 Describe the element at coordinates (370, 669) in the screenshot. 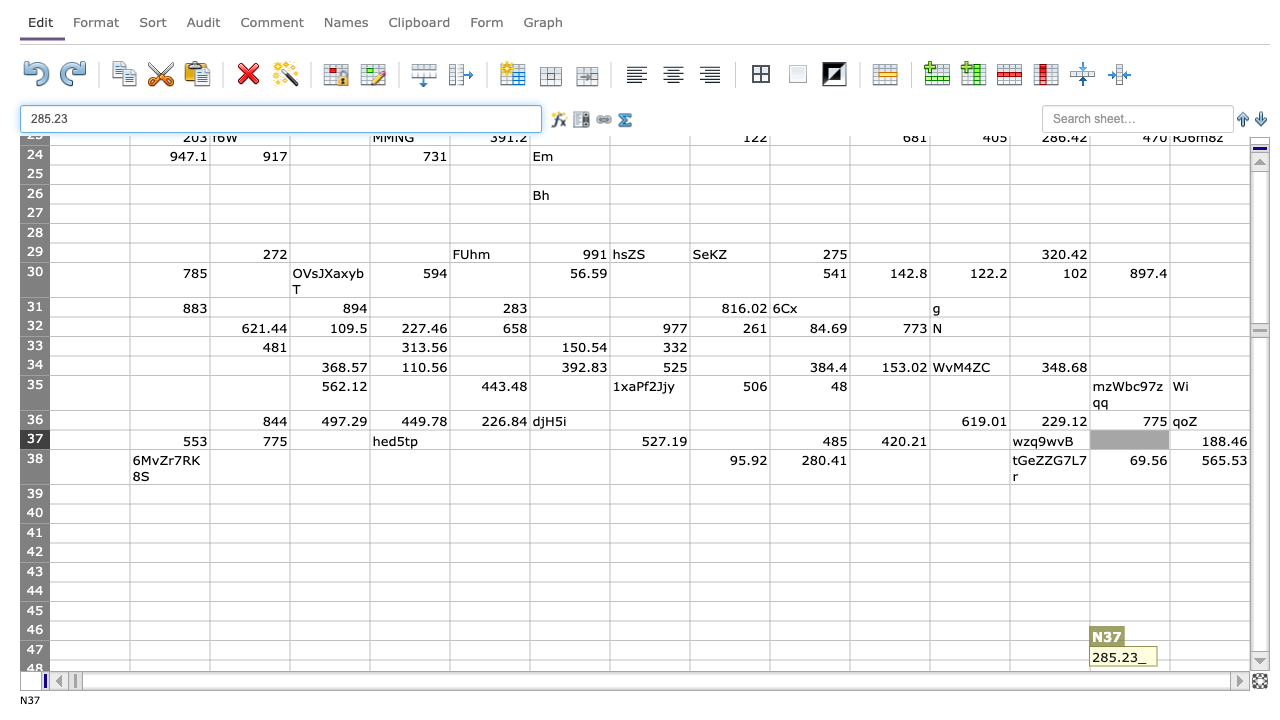

I see `Left side of cell E48` at that location.